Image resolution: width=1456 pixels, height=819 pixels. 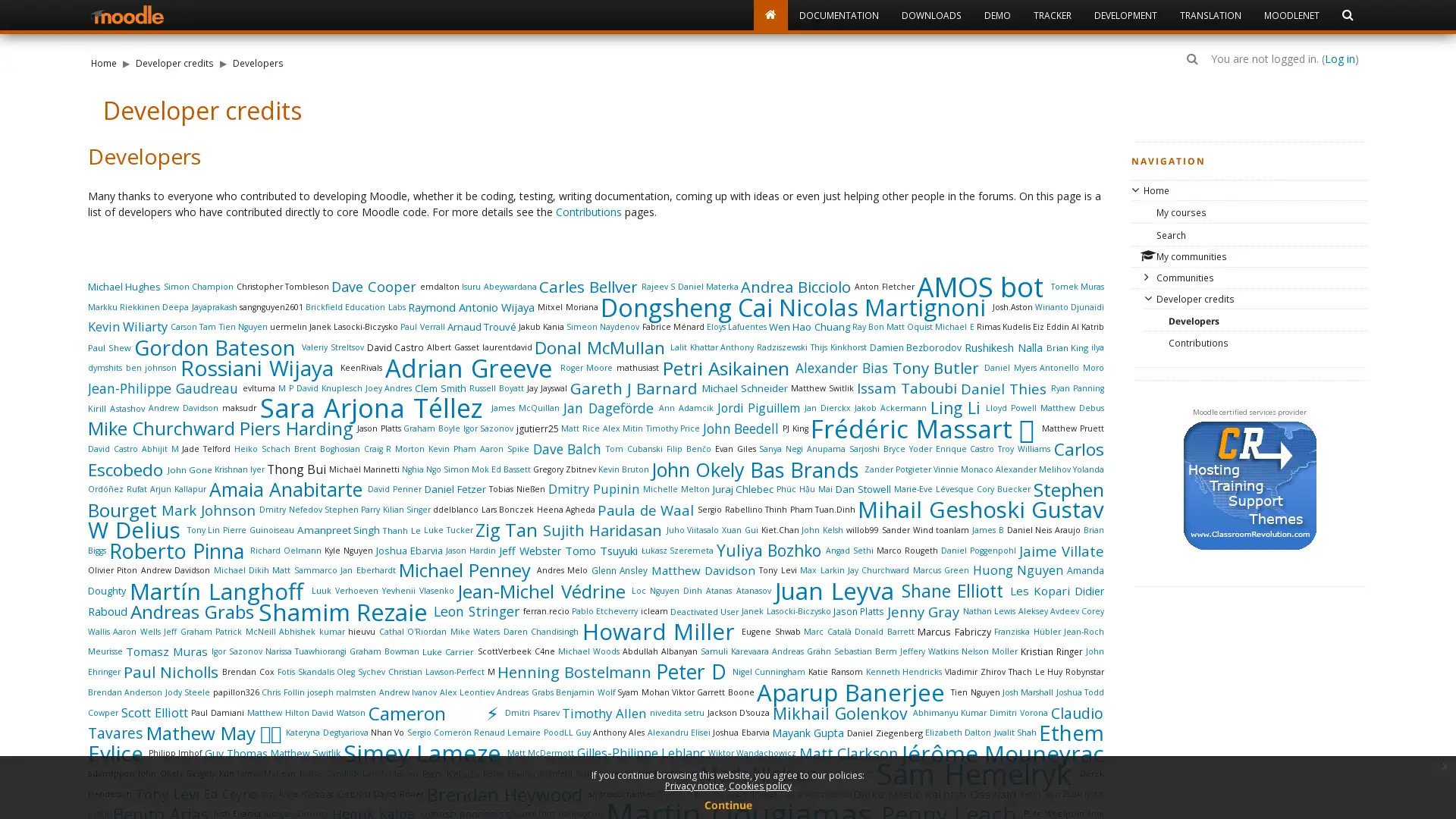 What do you see at coordinates (1191, 58) in the screenshot?
I see `Toggle search input` at bounding box center [1191, 58].